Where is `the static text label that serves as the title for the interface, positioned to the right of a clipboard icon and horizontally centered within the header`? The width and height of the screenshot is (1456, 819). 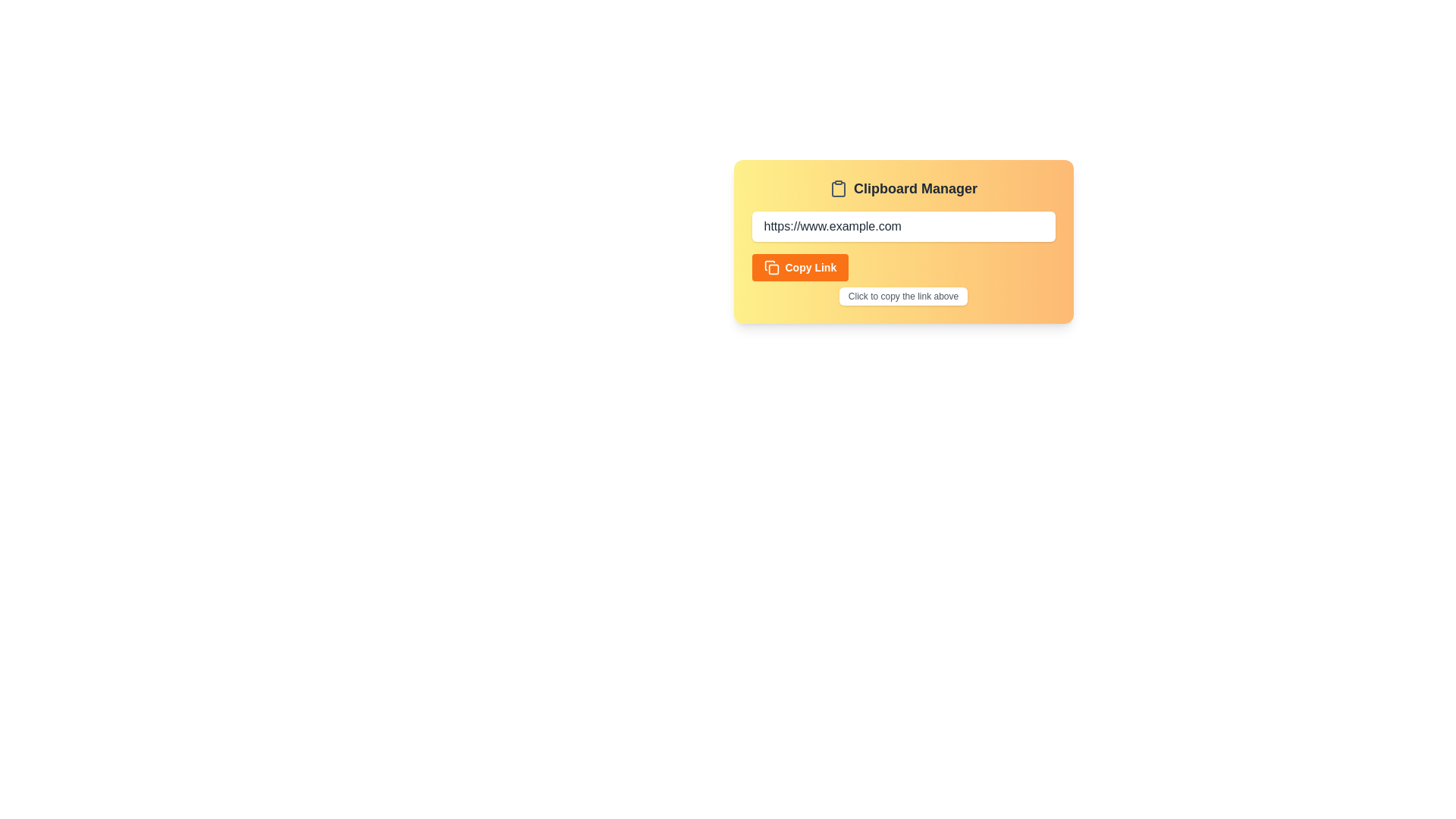 the static text label that serves as the title for the interface, positioned to the right of a clipboard icon and horizontally centered within the header is located at coordinates (915, 188).